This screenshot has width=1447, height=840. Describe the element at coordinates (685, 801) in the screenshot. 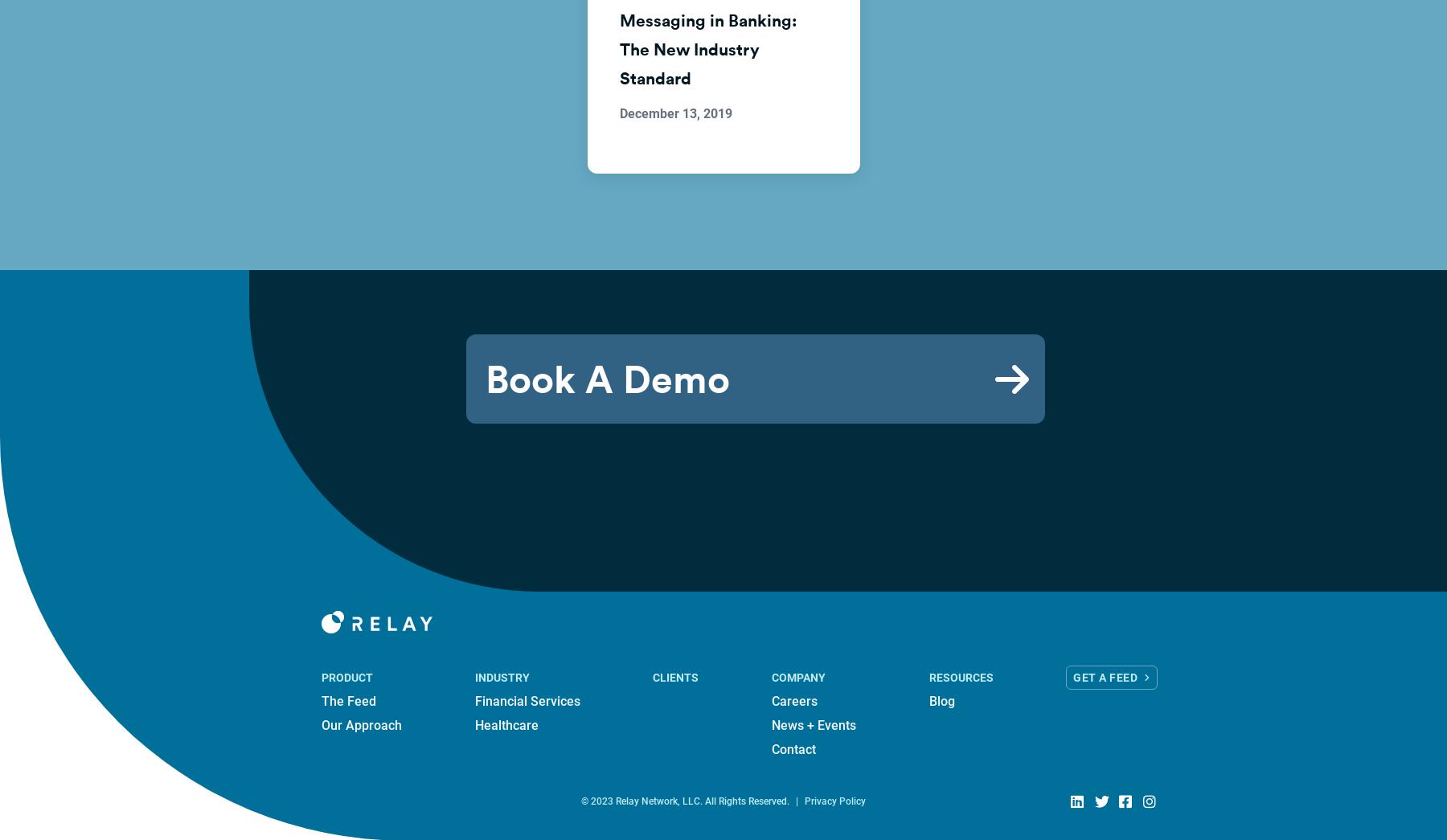

I see `'© 2023 Relay Network, LLC. All Rights Reserved.'` at that location.